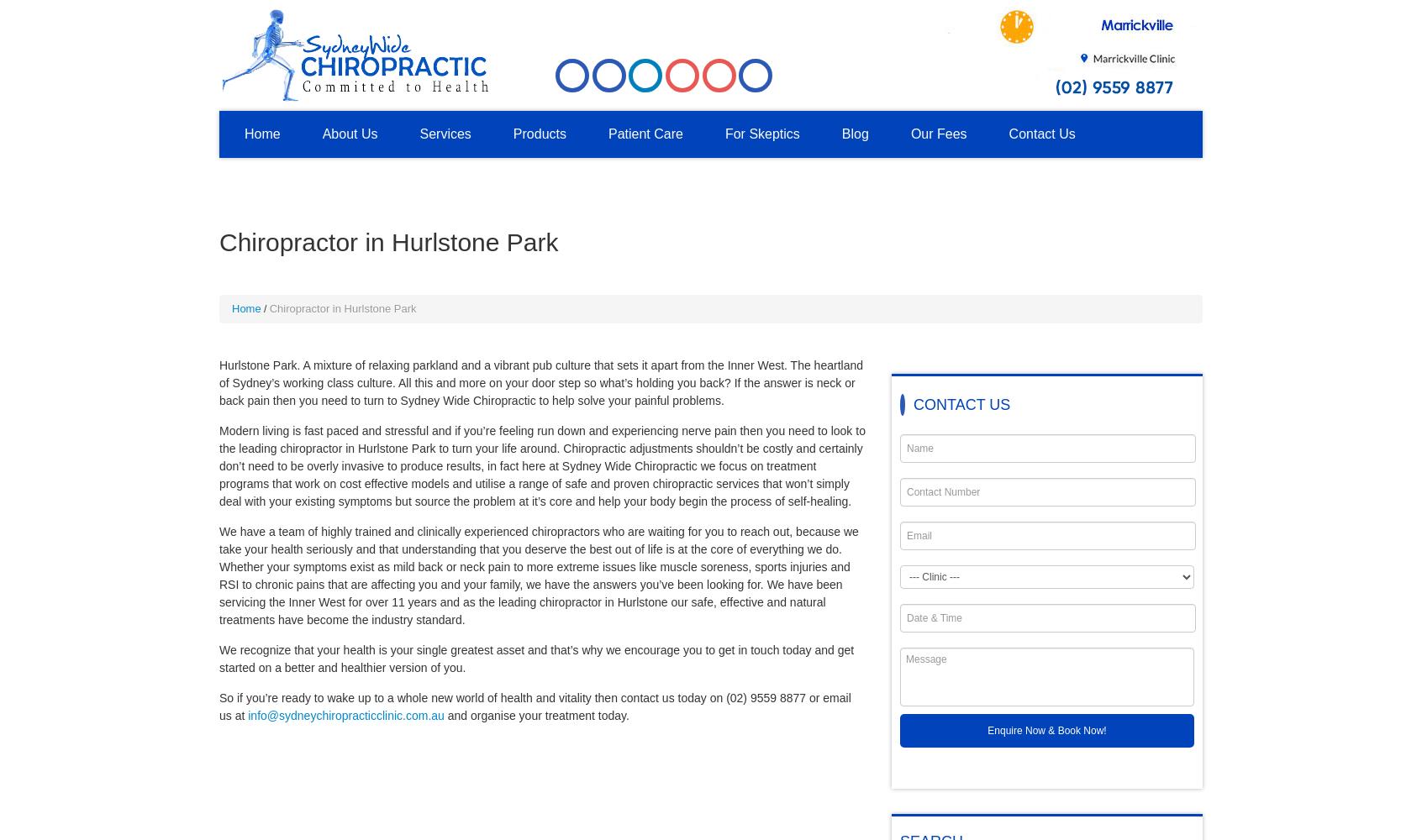 The height and width of the screenshot is (840, 1422). What do you see at coordinates (535, 706) in the screenshot?
I see `'So if you’re ready to wake up to a whole new world of health and vitality then contact us today on (02) 9559 8877 or email us at'` at bounding box center [535, 706].